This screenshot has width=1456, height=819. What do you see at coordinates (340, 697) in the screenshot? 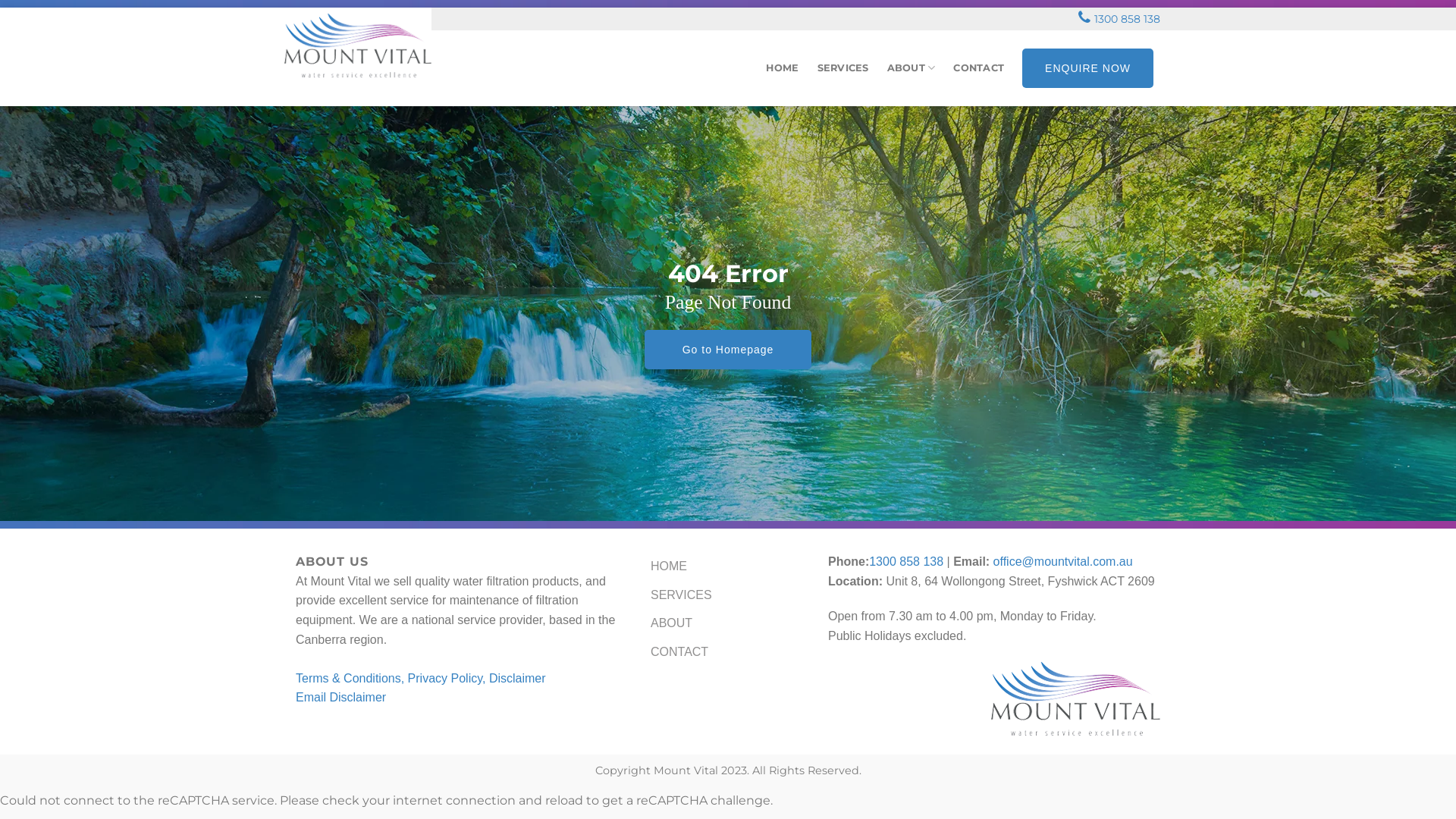
I see `'Email Disclaimer'` at bounding box center [340, 697].